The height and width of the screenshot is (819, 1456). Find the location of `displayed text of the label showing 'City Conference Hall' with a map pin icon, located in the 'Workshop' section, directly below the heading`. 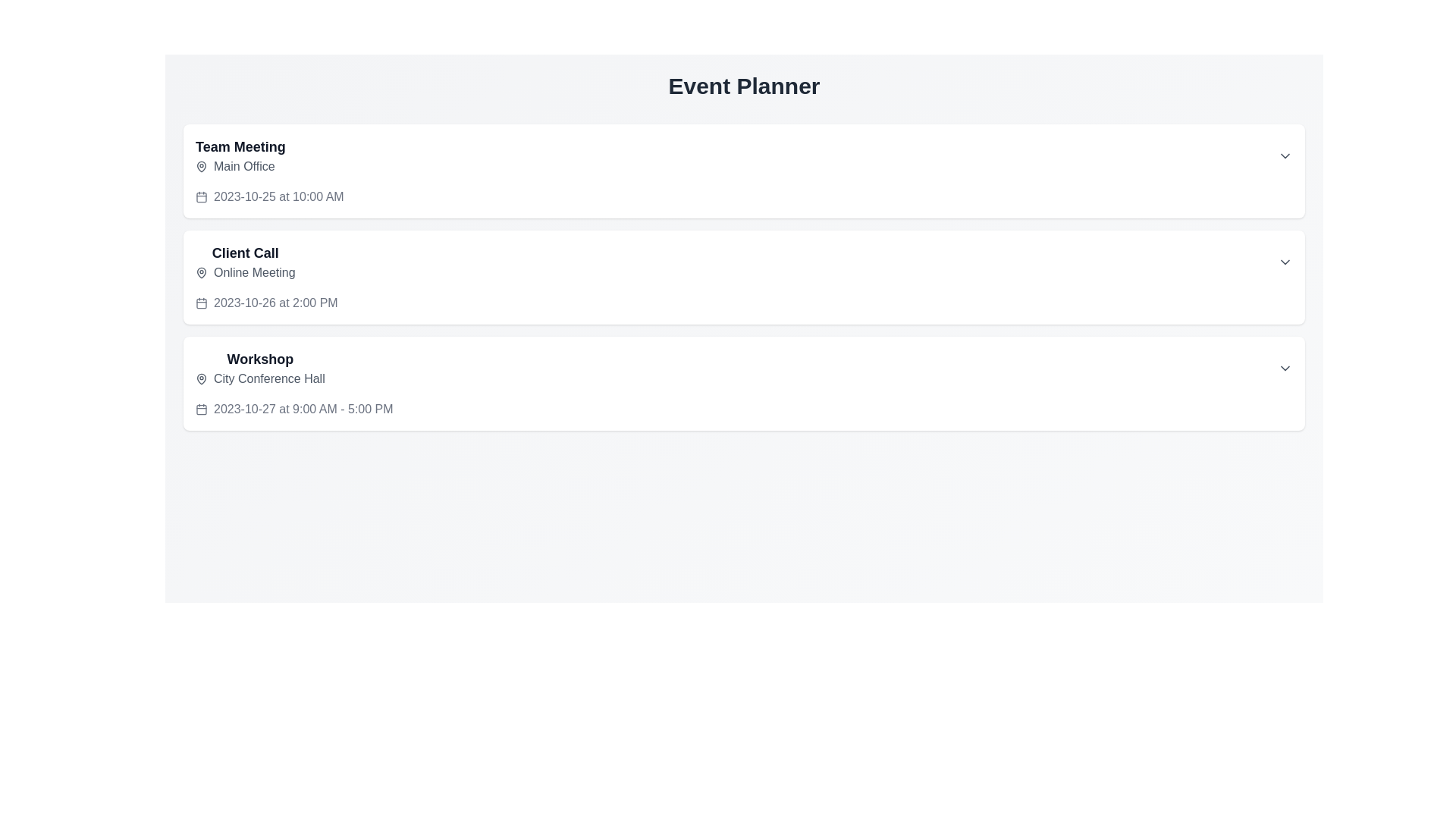

displayed text of the label showing 'City Conference Hall' with a map pin icon, located in the 'Workshop' section, directly below the heading is located at coordinates (260, 378).